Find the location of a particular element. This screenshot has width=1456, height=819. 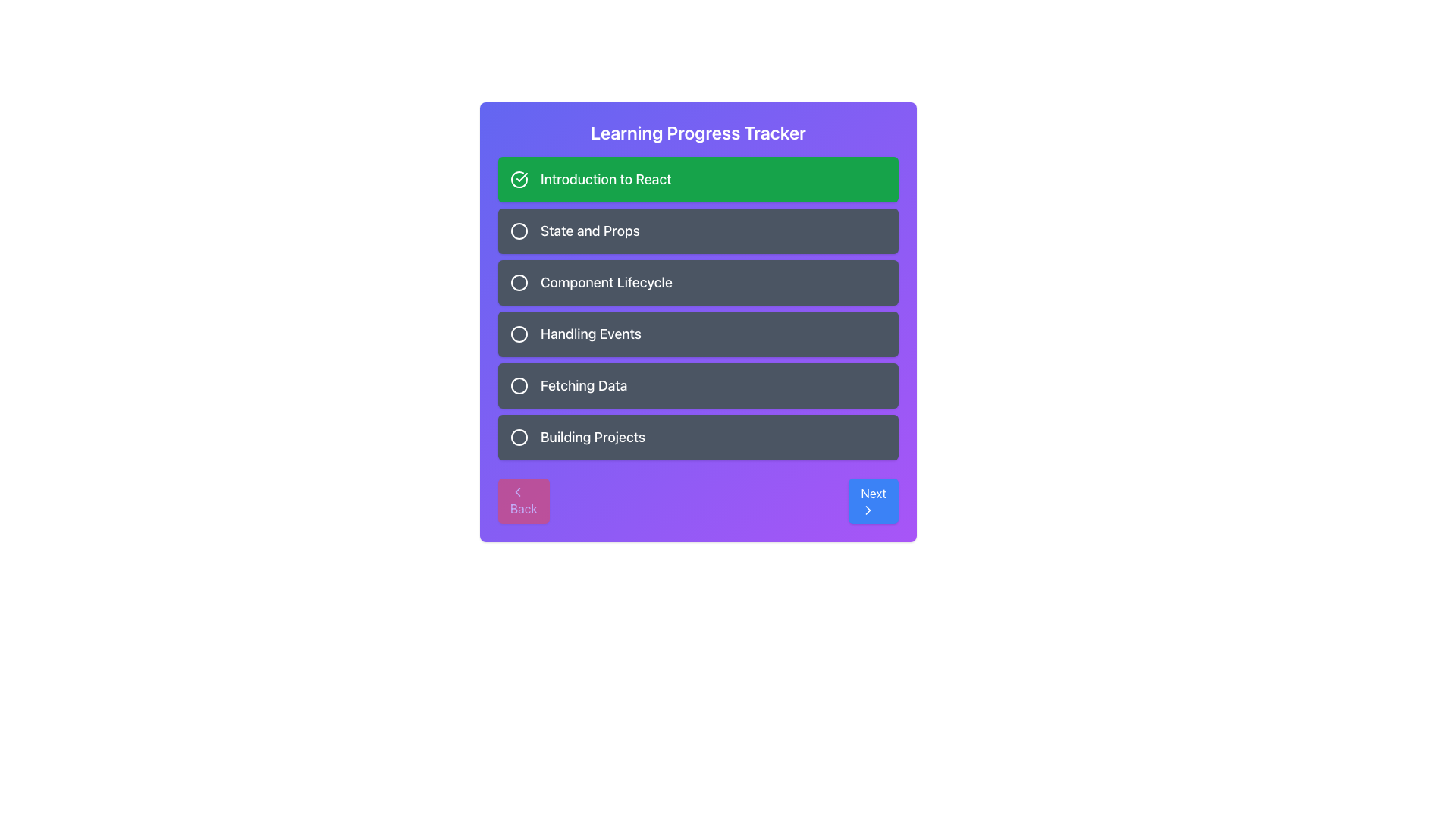

the circular selection indicator for the 'Building Projects' option in the Learning Progress Tracker is located at coordinates (519, 438).